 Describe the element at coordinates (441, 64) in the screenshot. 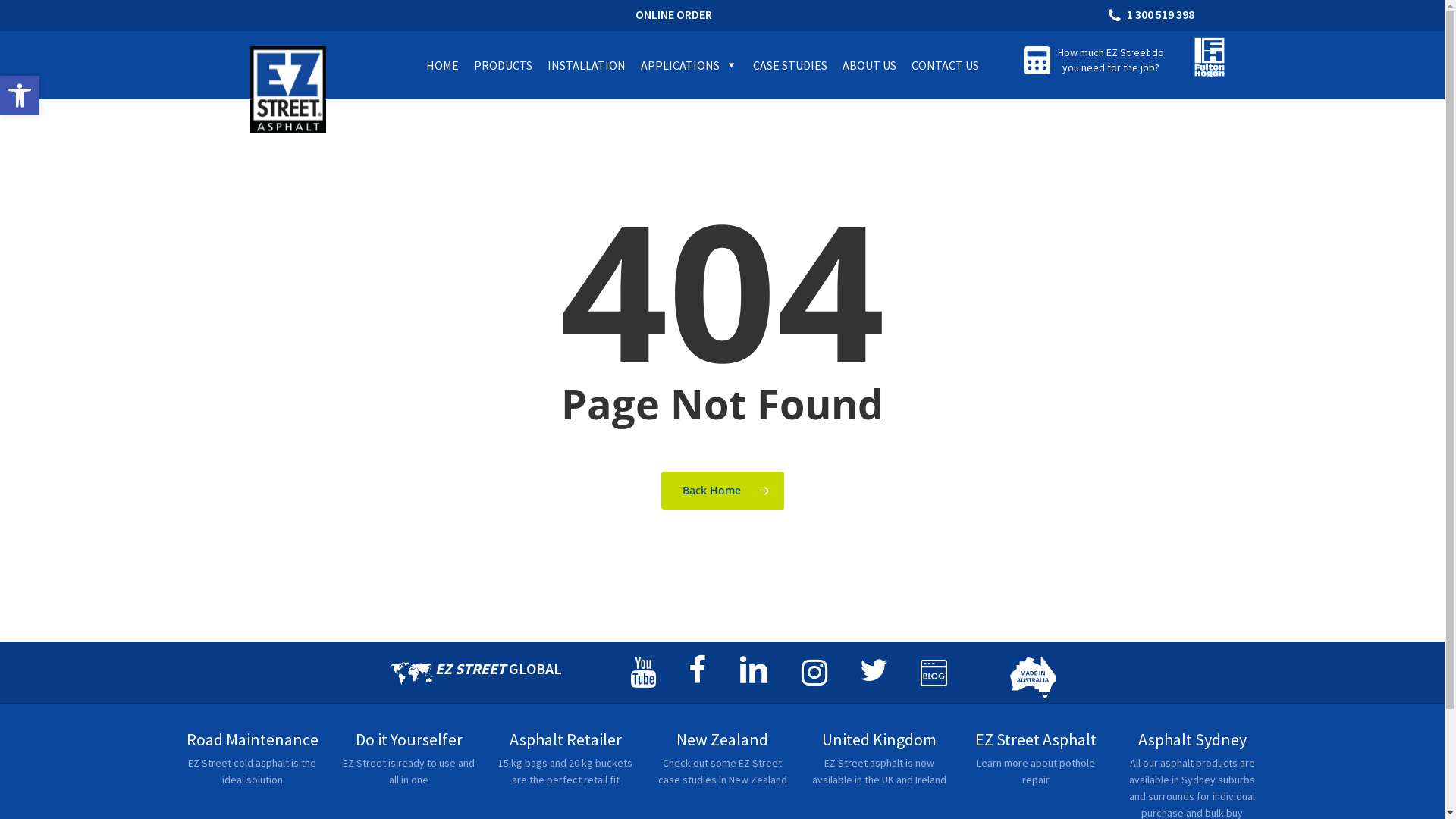

I see `'HOME'` at that location.